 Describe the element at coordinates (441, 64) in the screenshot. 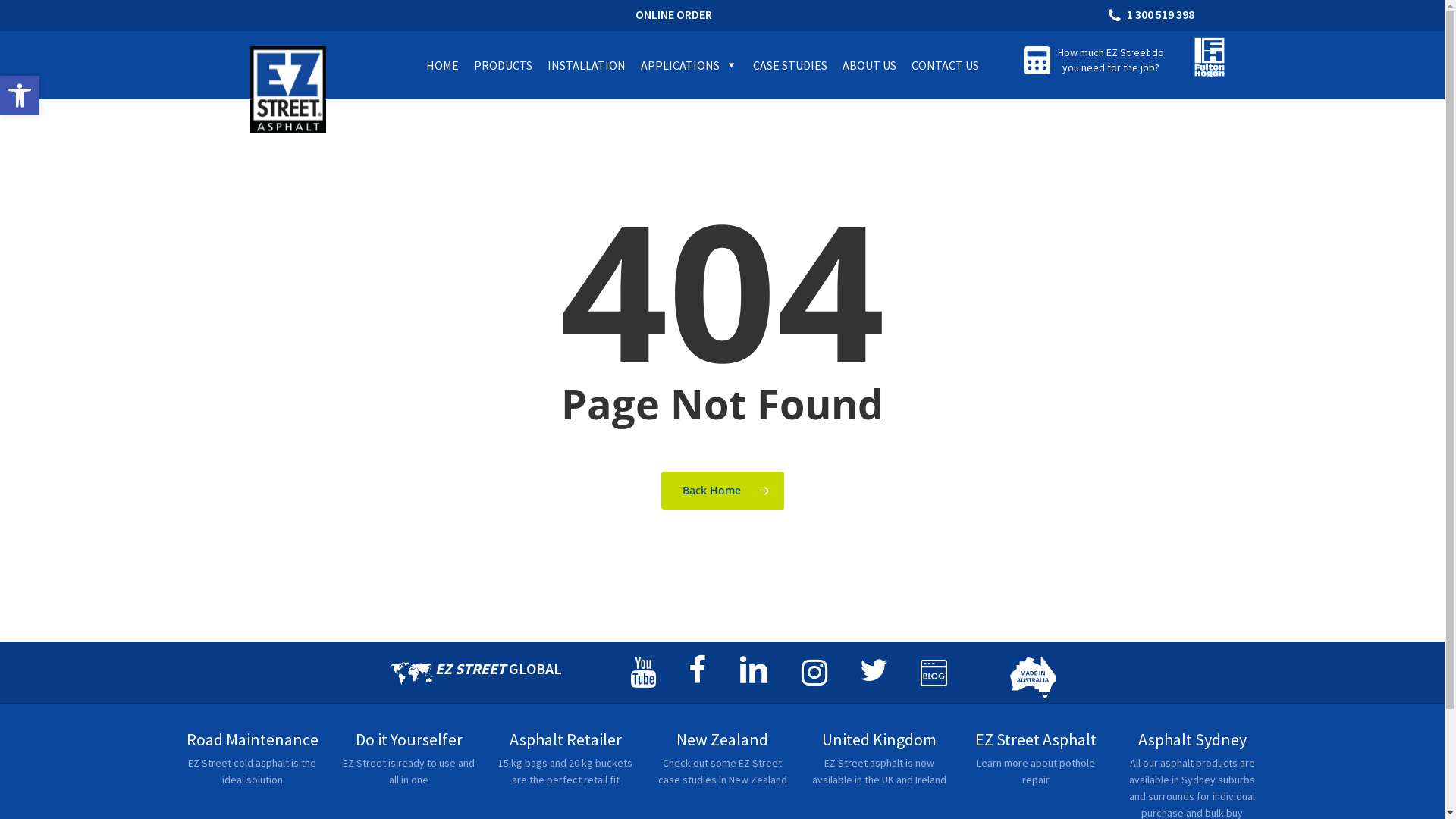

I see `'HOME'` at that location.